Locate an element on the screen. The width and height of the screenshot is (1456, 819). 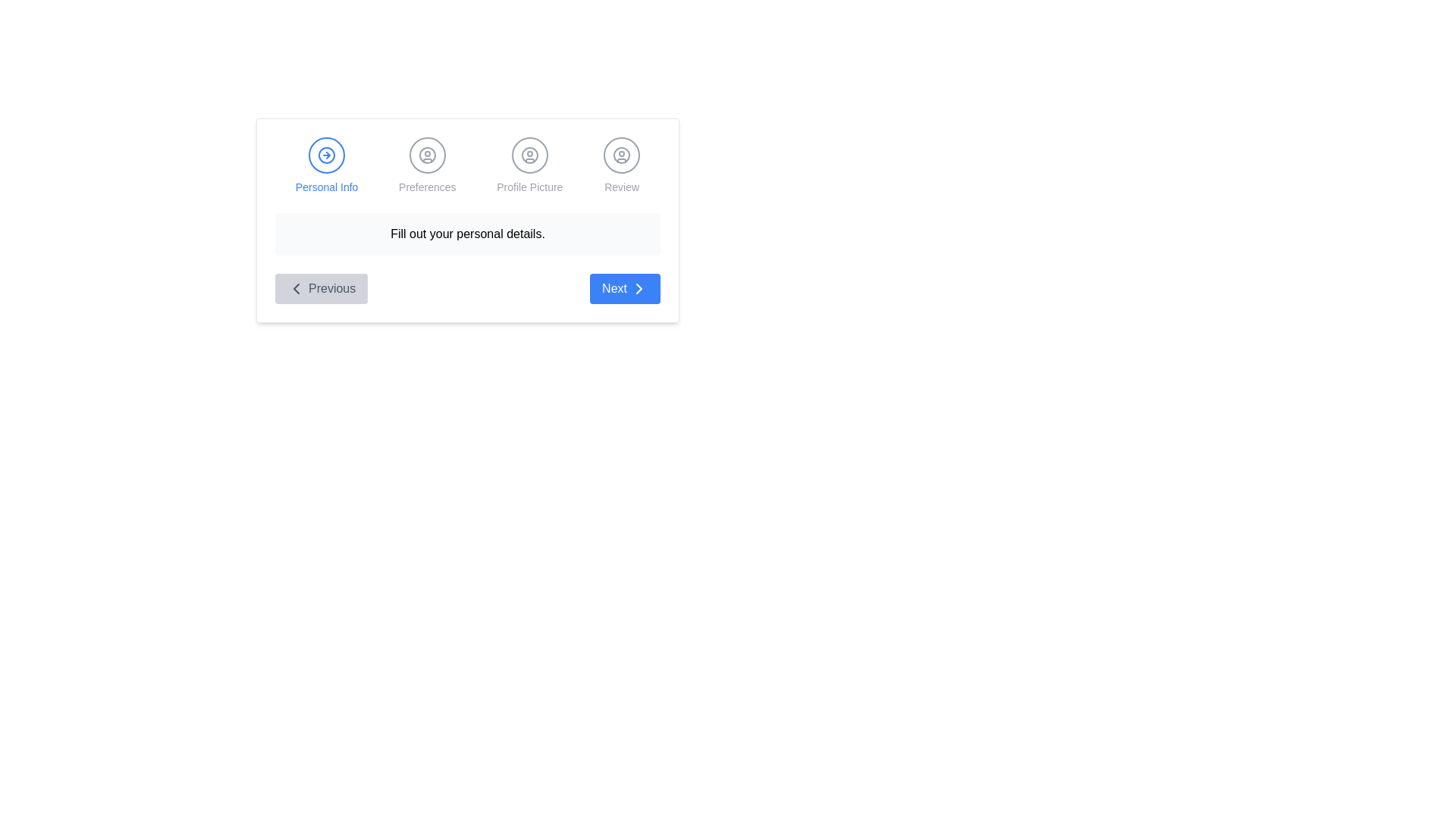
the 'Profile Picture' label element located beneath the circular avatar icon in the multi-step form header is located at coordinates (529, 186).